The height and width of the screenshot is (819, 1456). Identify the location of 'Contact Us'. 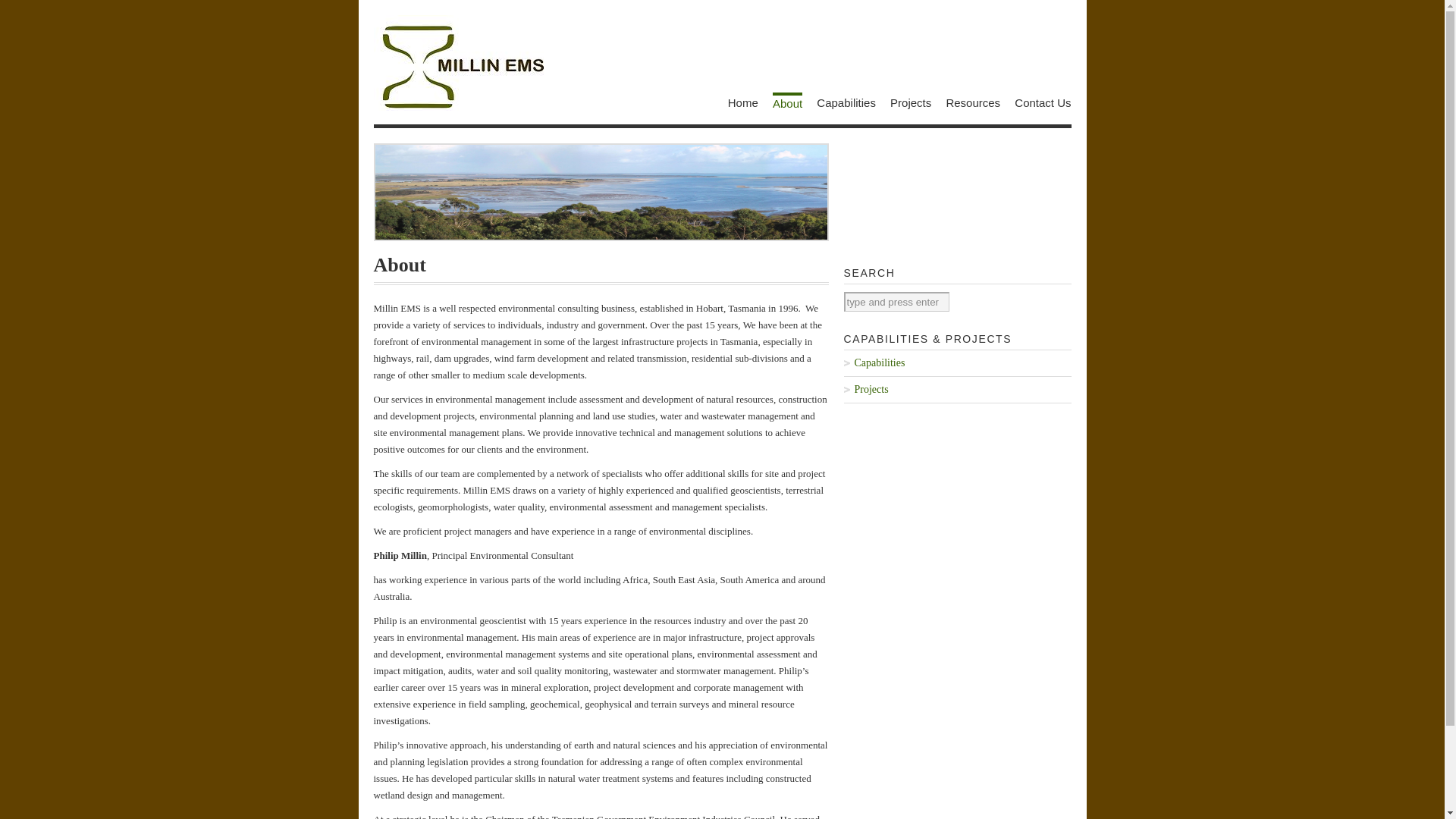
(1015, 102).